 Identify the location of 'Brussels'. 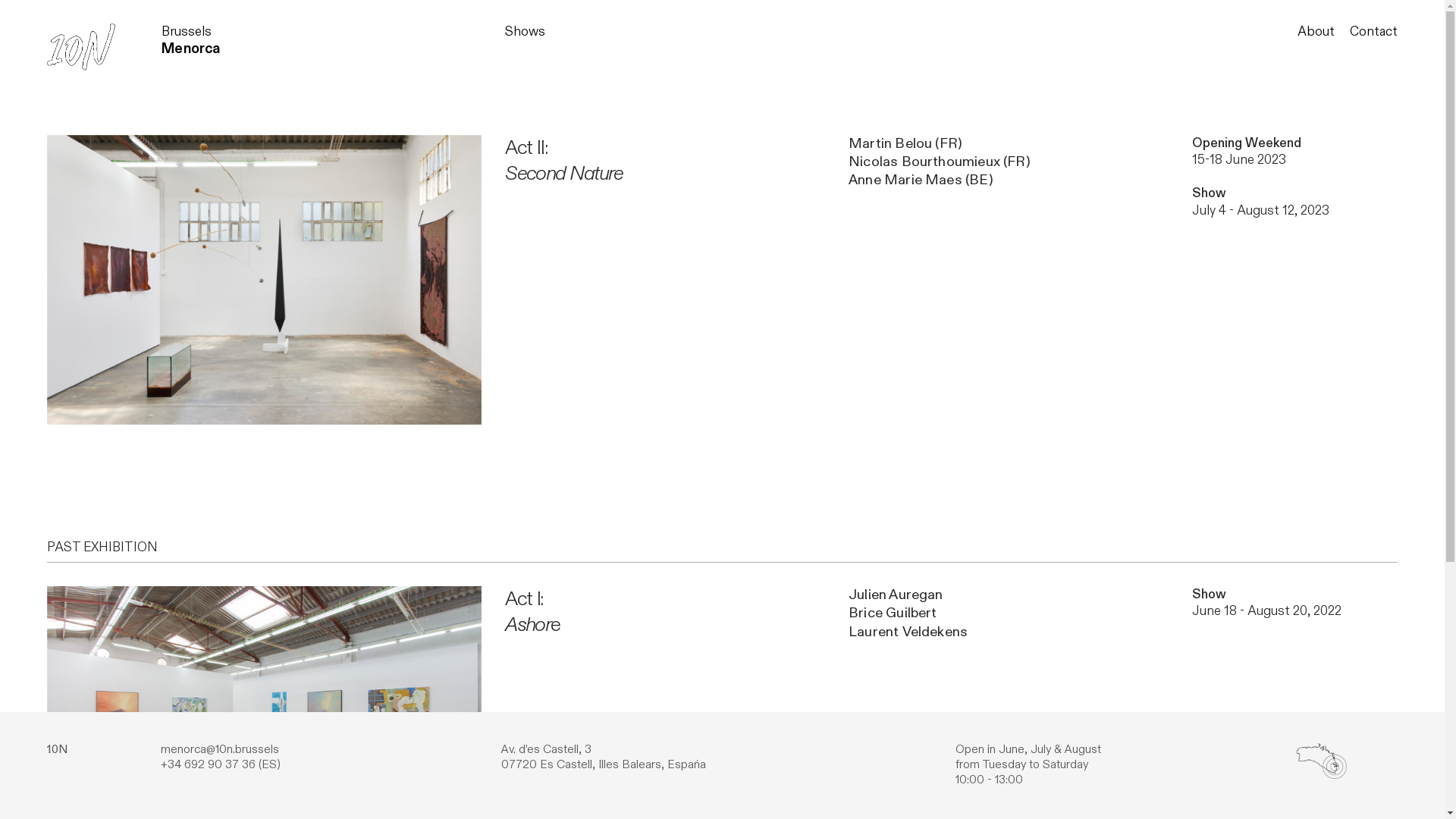
(161, 31).